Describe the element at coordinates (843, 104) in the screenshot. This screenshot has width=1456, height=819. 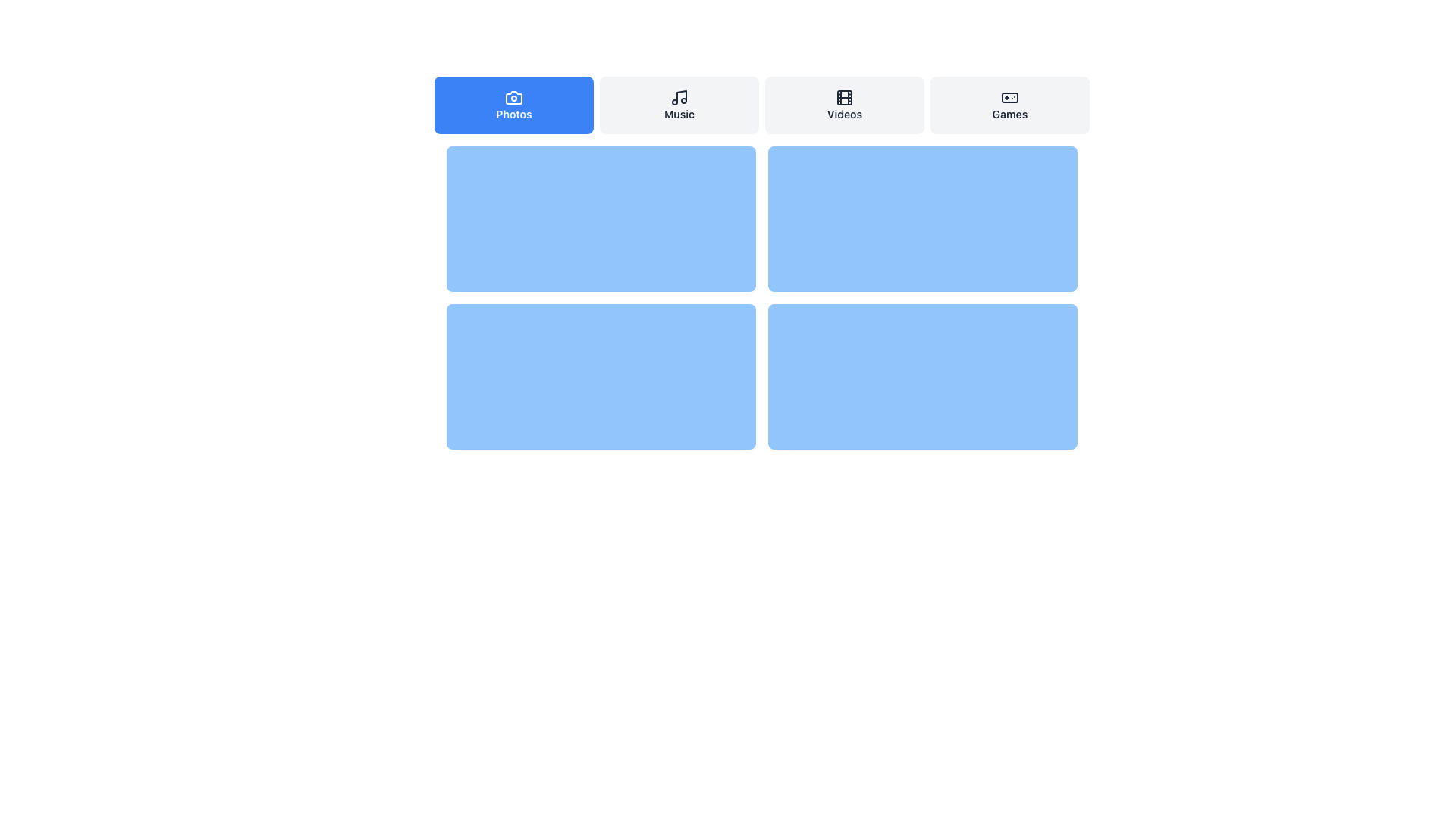
I see `the 'Videos' navigation button, which is the third card in a grid layout of four items` at that location.